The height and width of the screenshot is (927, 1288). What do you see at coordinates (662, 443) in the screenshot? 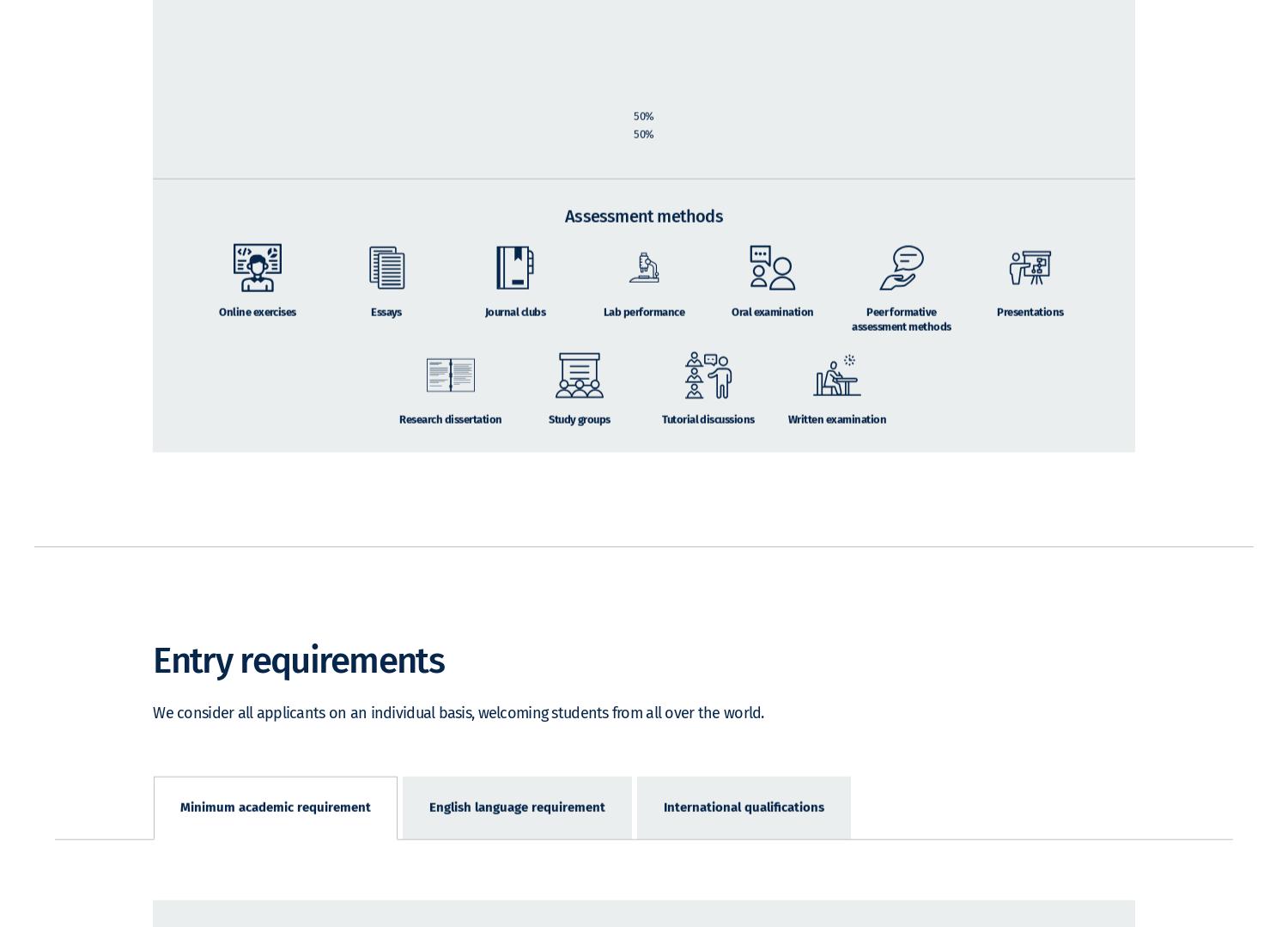
I see `'Tutorial discussions'` at bounding box center [662, 443].